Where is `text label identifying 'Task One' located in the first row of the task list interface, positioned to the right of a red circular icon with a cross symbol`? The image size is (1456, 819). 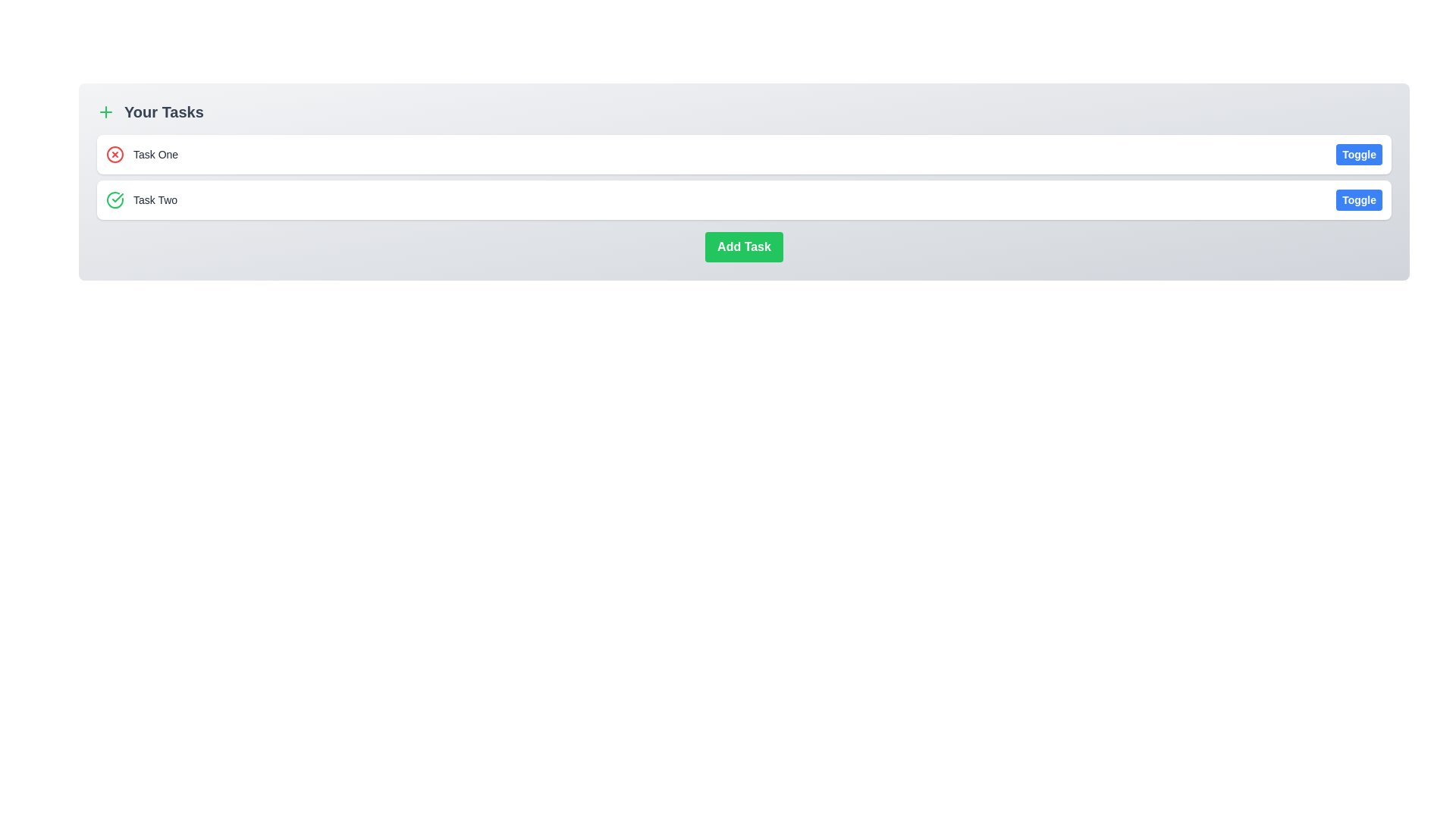 text label identifying 'Task One' located in the first row of the task list interface, positioned to the right of a red circular icon with a cross symbol is located at coordinates (155, 155).